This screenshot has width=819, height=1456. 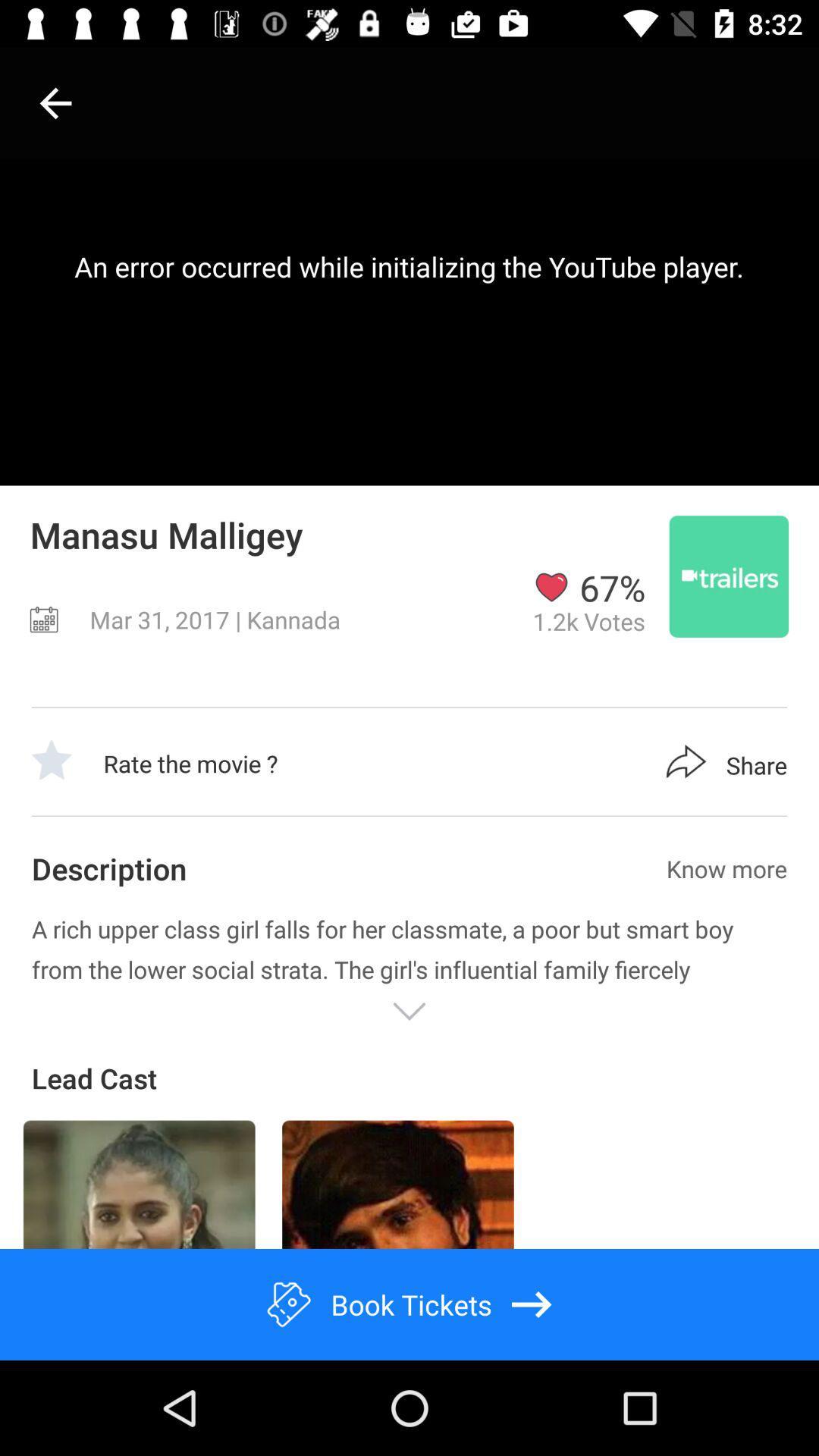 I want to click on see traillers, so click(x=728, y=576).